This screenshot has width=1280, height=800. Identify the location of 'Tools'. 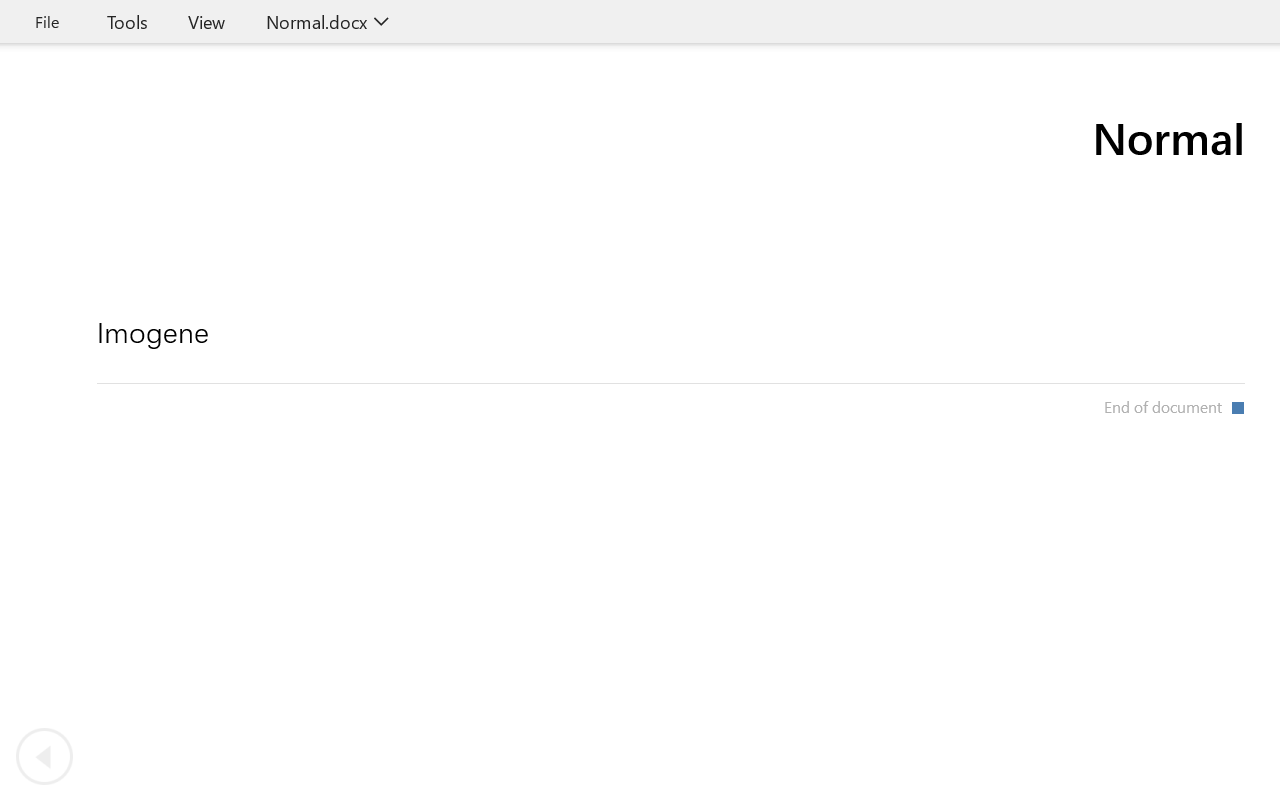
(126, 21).